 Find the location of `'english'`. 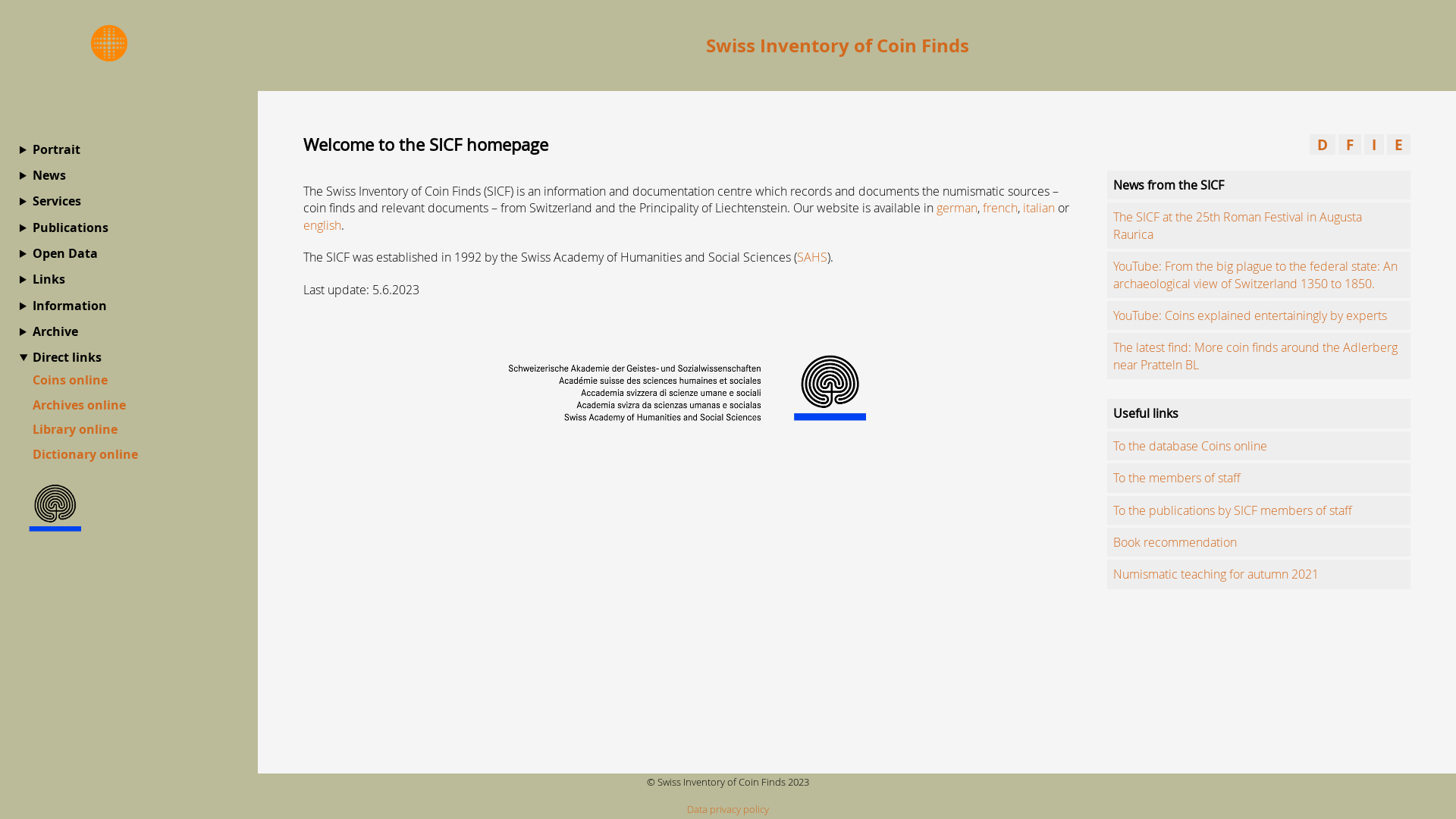

'english' is located at coordinates (322, 225).